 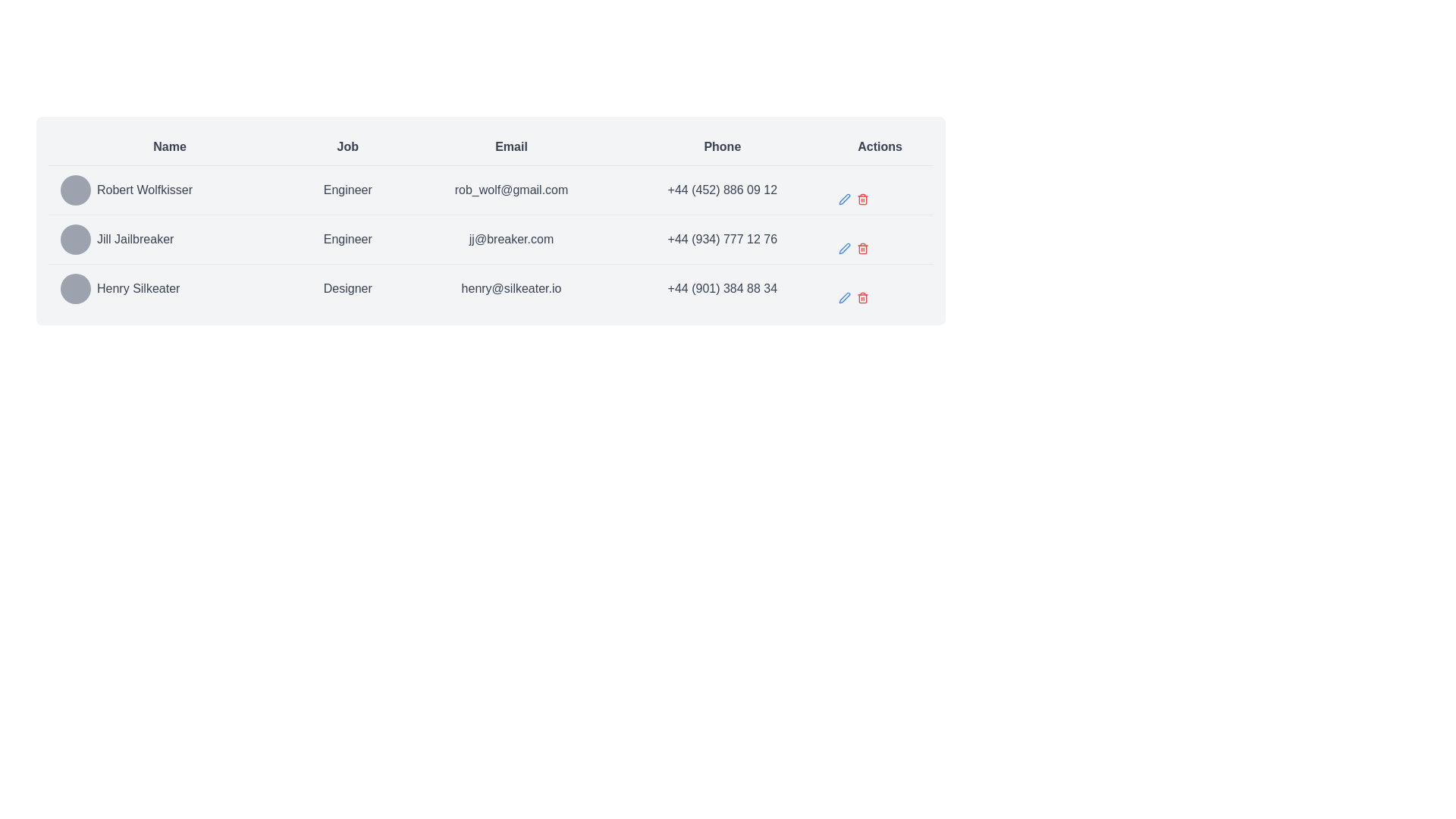 I want to click on displayed phone number from the Text label located in the fourth column of the first row corresponding to 'Robert Wolfkisser.', so click(x=721, y=189).